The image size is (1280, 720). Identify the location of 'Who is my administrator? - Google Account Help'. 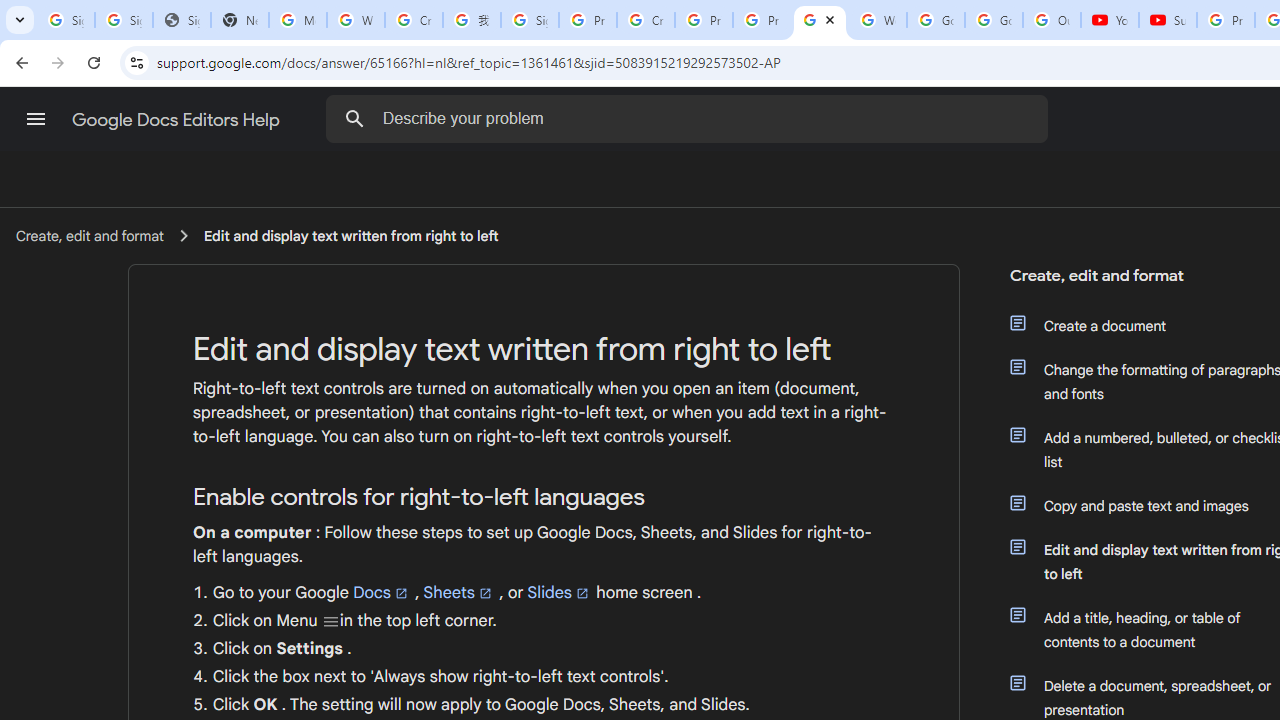
(355, 20).